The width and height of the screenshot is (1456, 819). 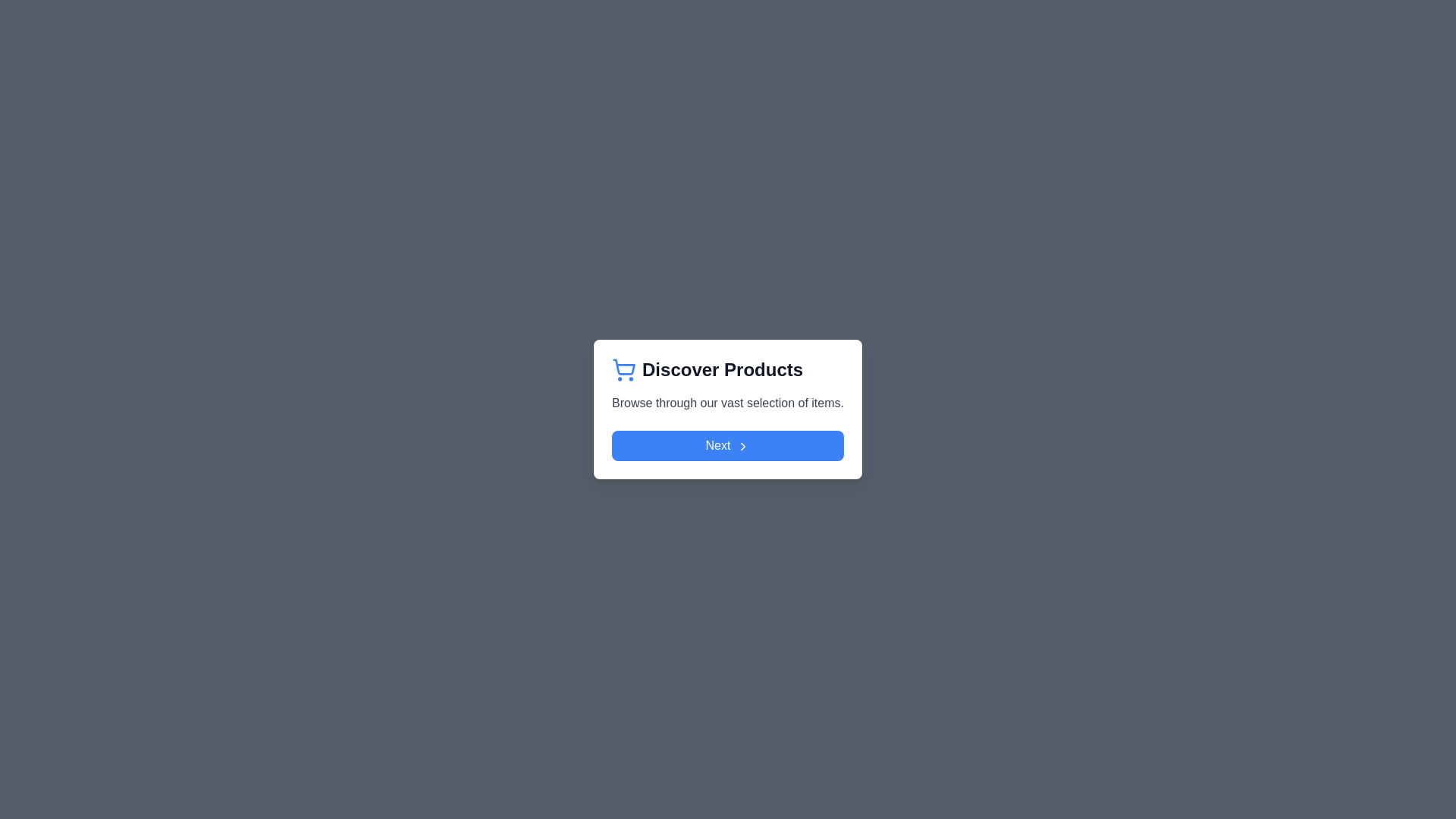 What do you see at coordinates (743, 445) in the screenshot?
I see `the forward action icon located within the blue 'Next' button, positioned towards the right end of the button text` at bounding box center [743, 445].